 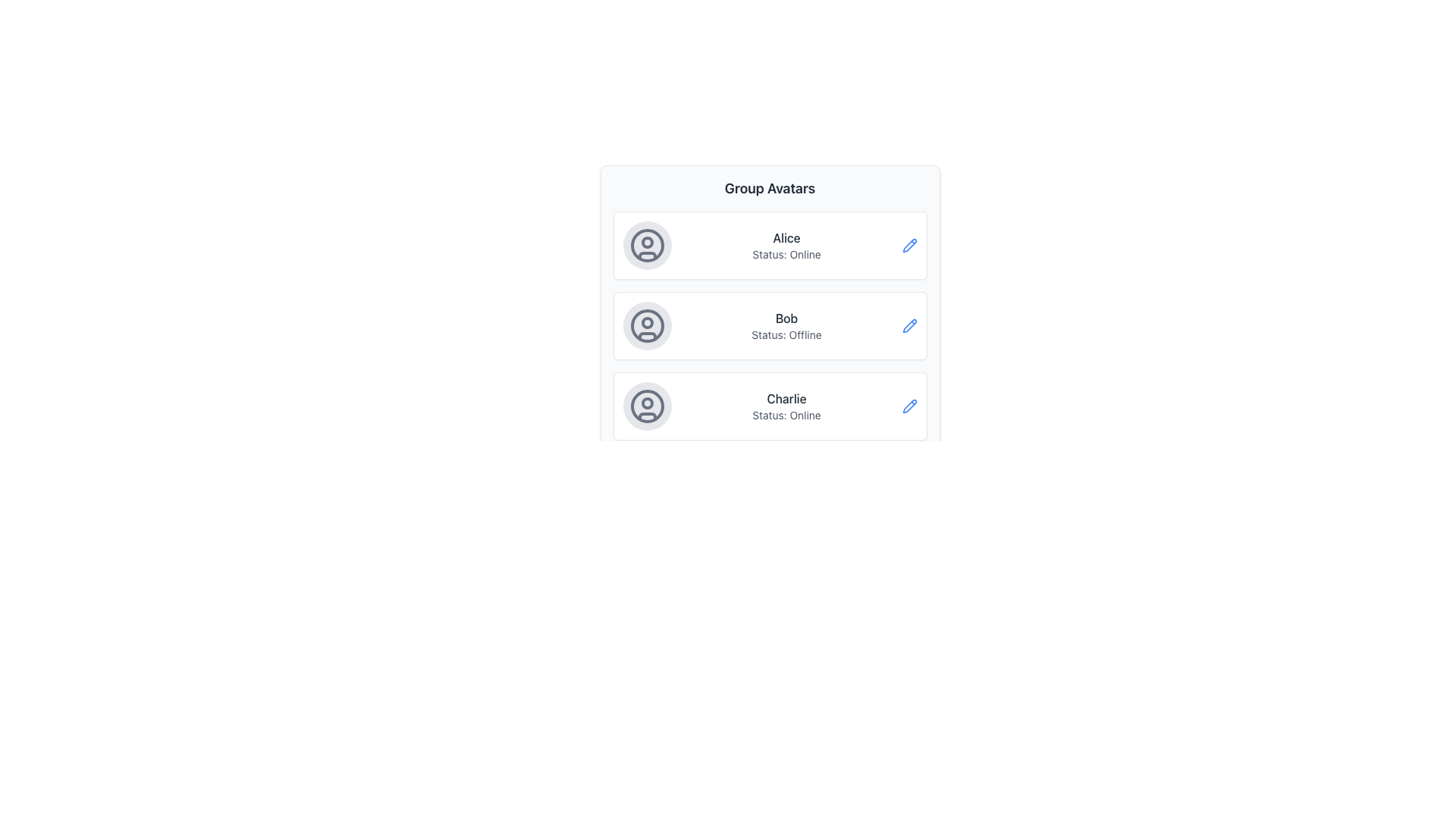 What do you see at coordinates (647, 245) in the screenshot?
I see `the profile avatar icon representing the user 'Alice', located on the left side of the card at the top of the vertical list` at bounding box center [647, 245].